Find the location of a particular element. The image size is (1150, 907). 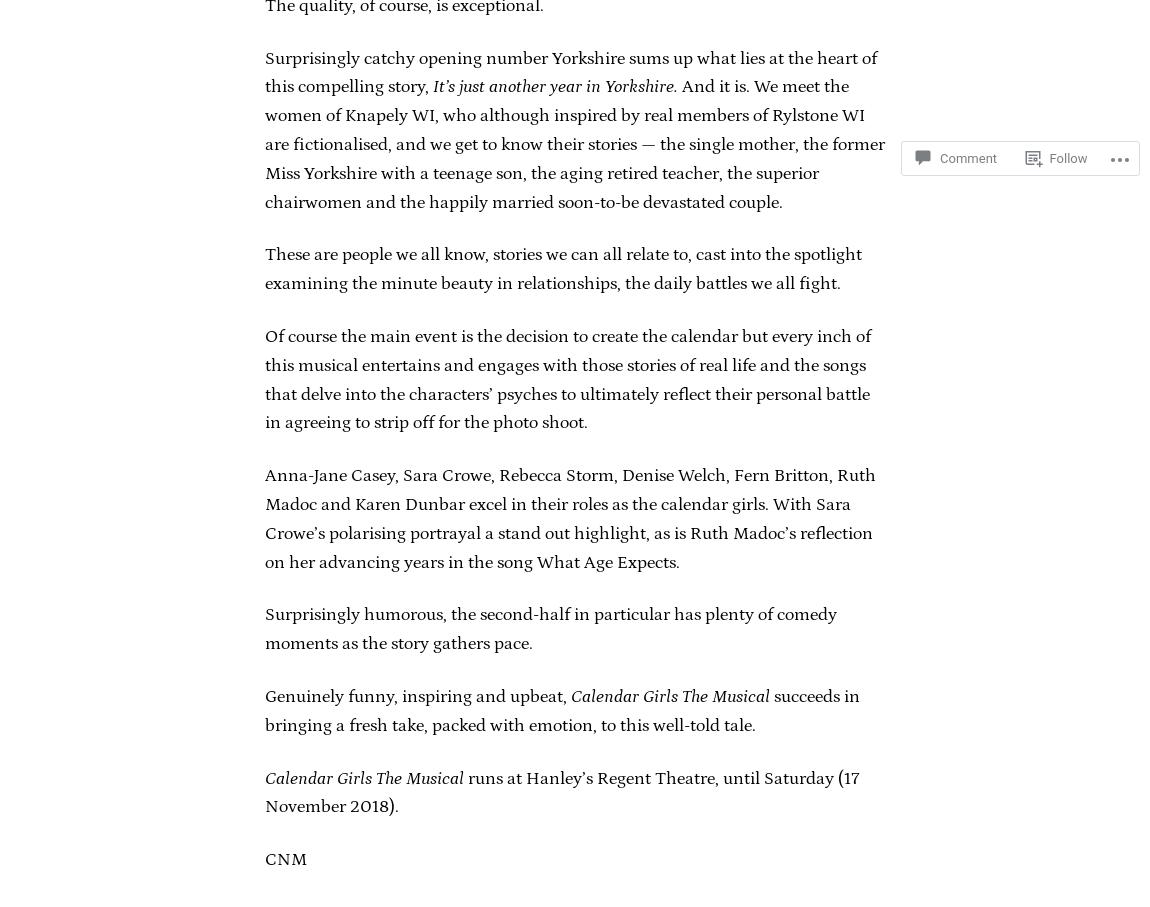

'succeeds in bringing a fresh take, packed with emotion, to this well-told tale.' is located at coordinates (263, 710).